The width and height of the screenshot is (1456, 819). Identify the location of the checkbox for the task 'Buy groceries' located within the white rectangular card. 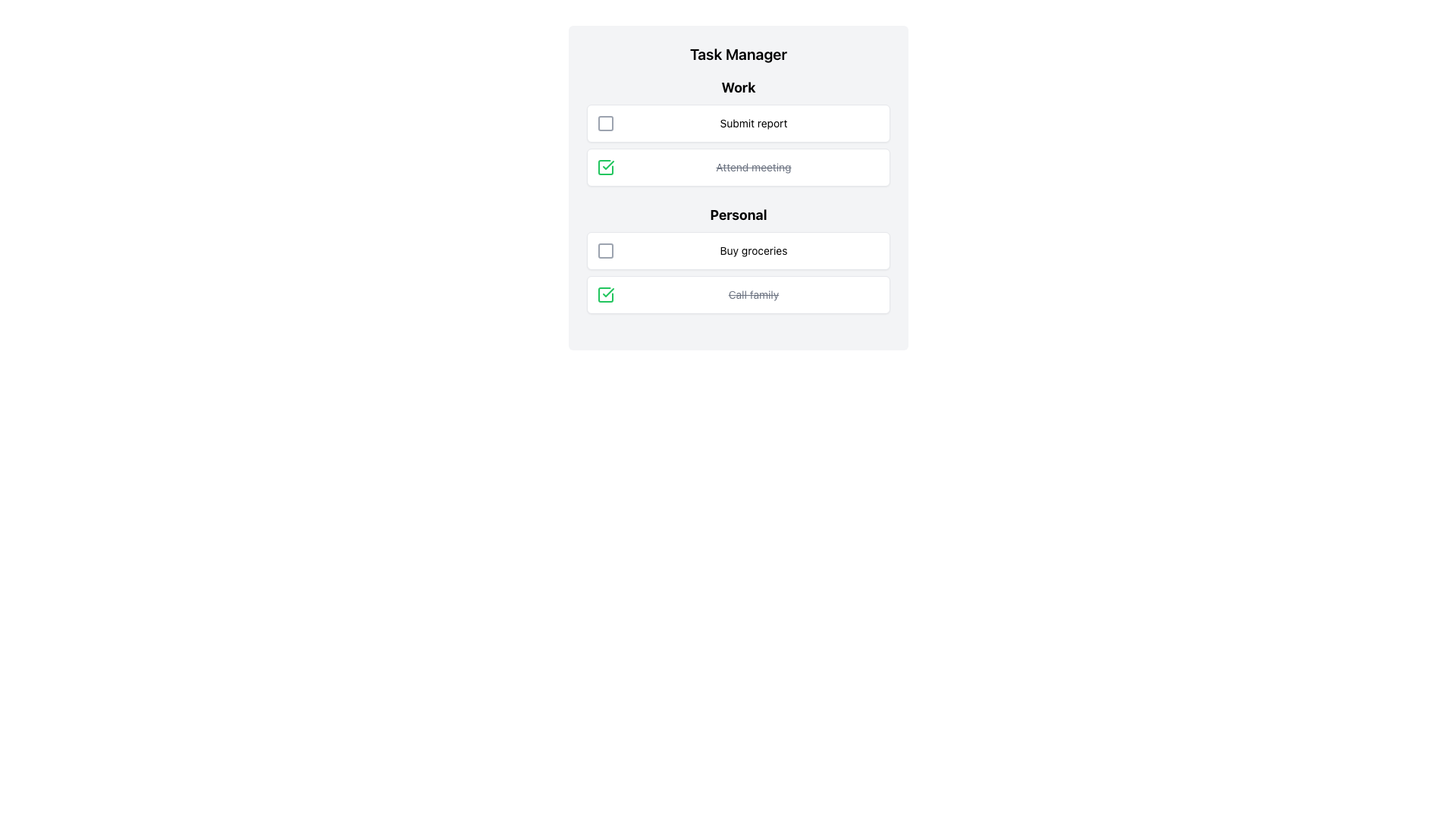
(604, 250).